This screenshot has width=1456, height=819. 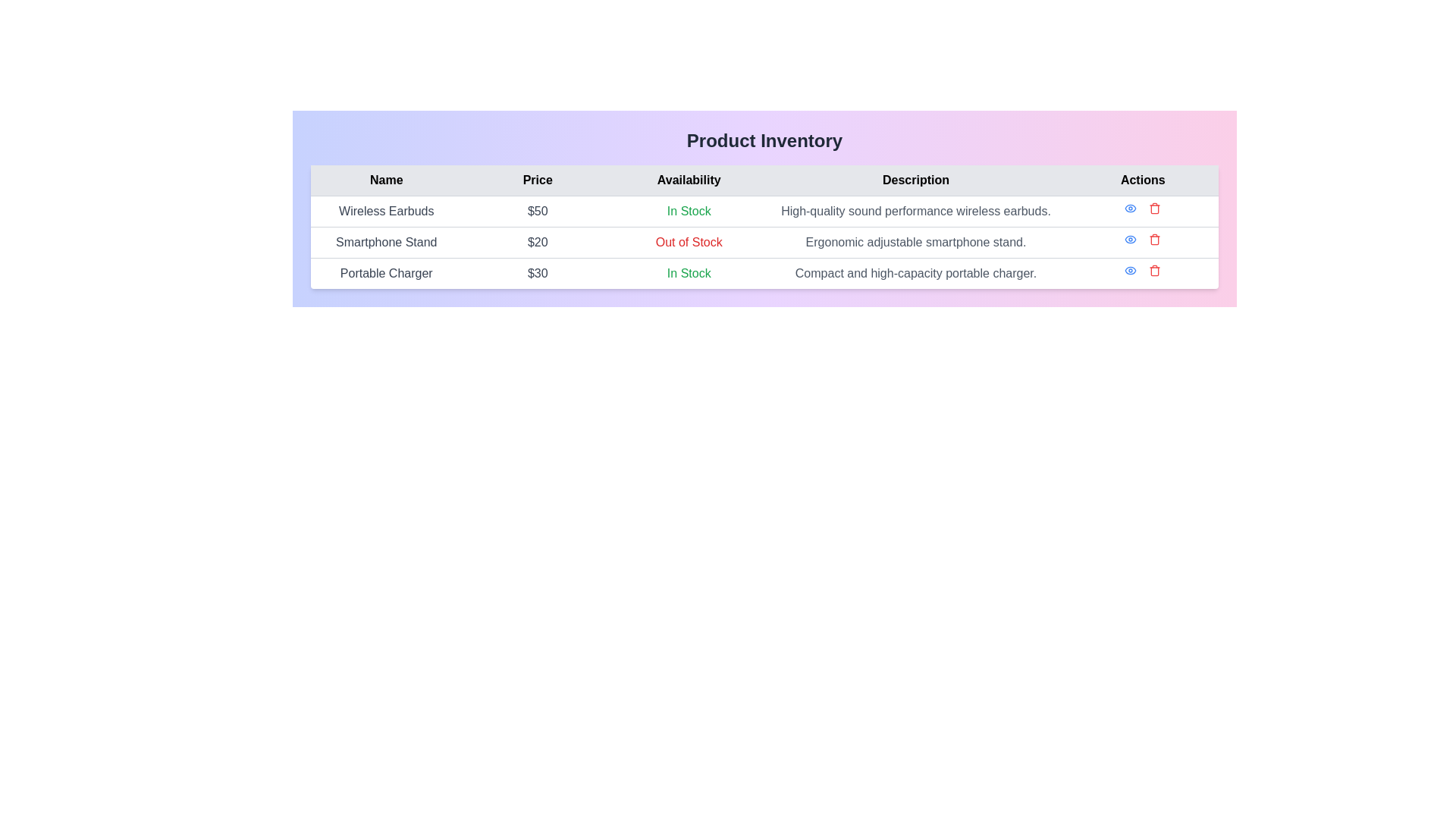 I want to click on 'Wireless Earbuds' text label element, which displays the product name in the inventory list, for its properties, so click(x=386, y=211).